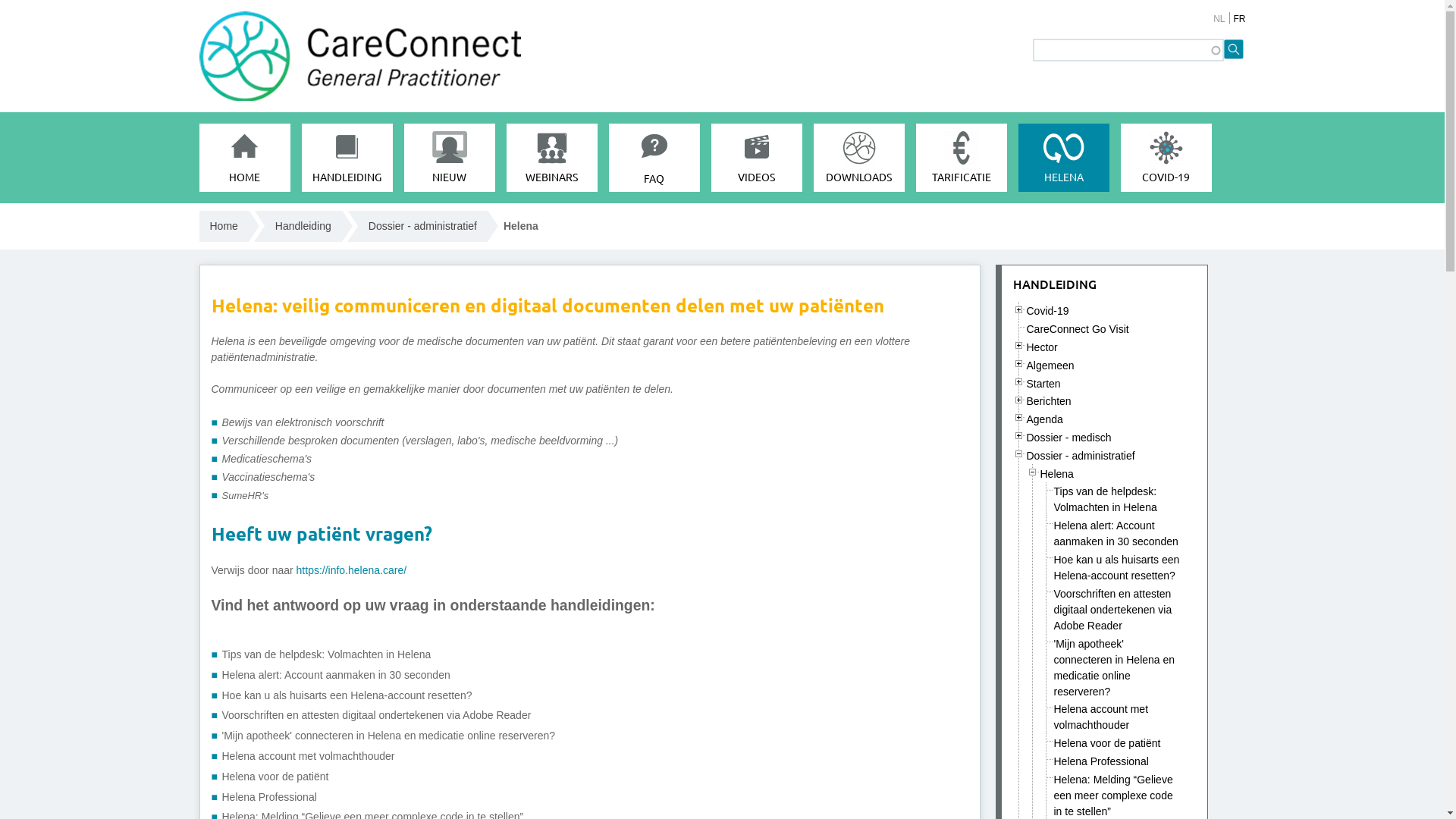 The image size is (1456, 819). Describe the element at coordinates (1012, 417) in the screenshot. I see `' '` at that location.